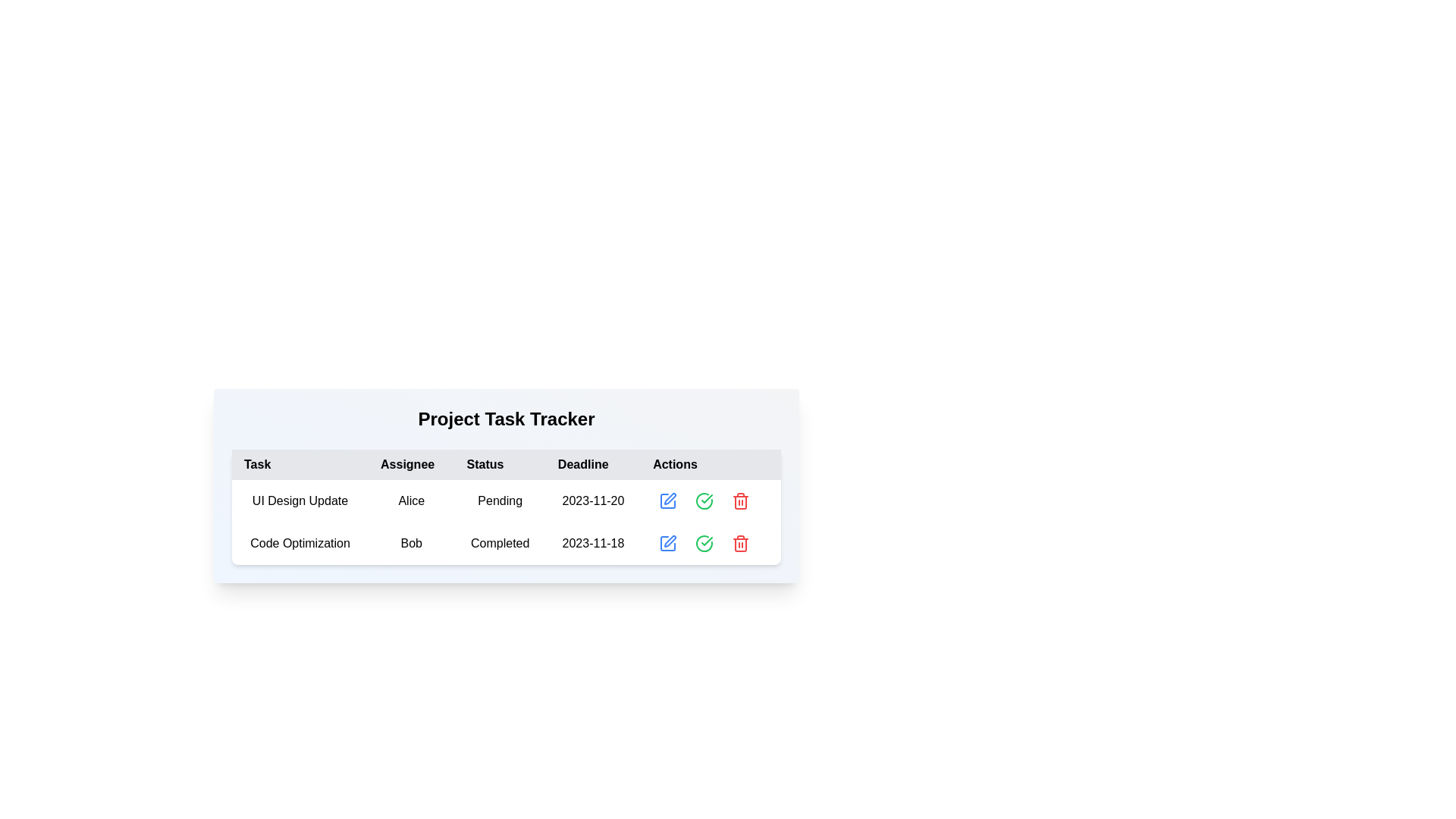  I want to click on the Checkmark icon in the Actions column for the Code Optimization task, so click(704, 543).